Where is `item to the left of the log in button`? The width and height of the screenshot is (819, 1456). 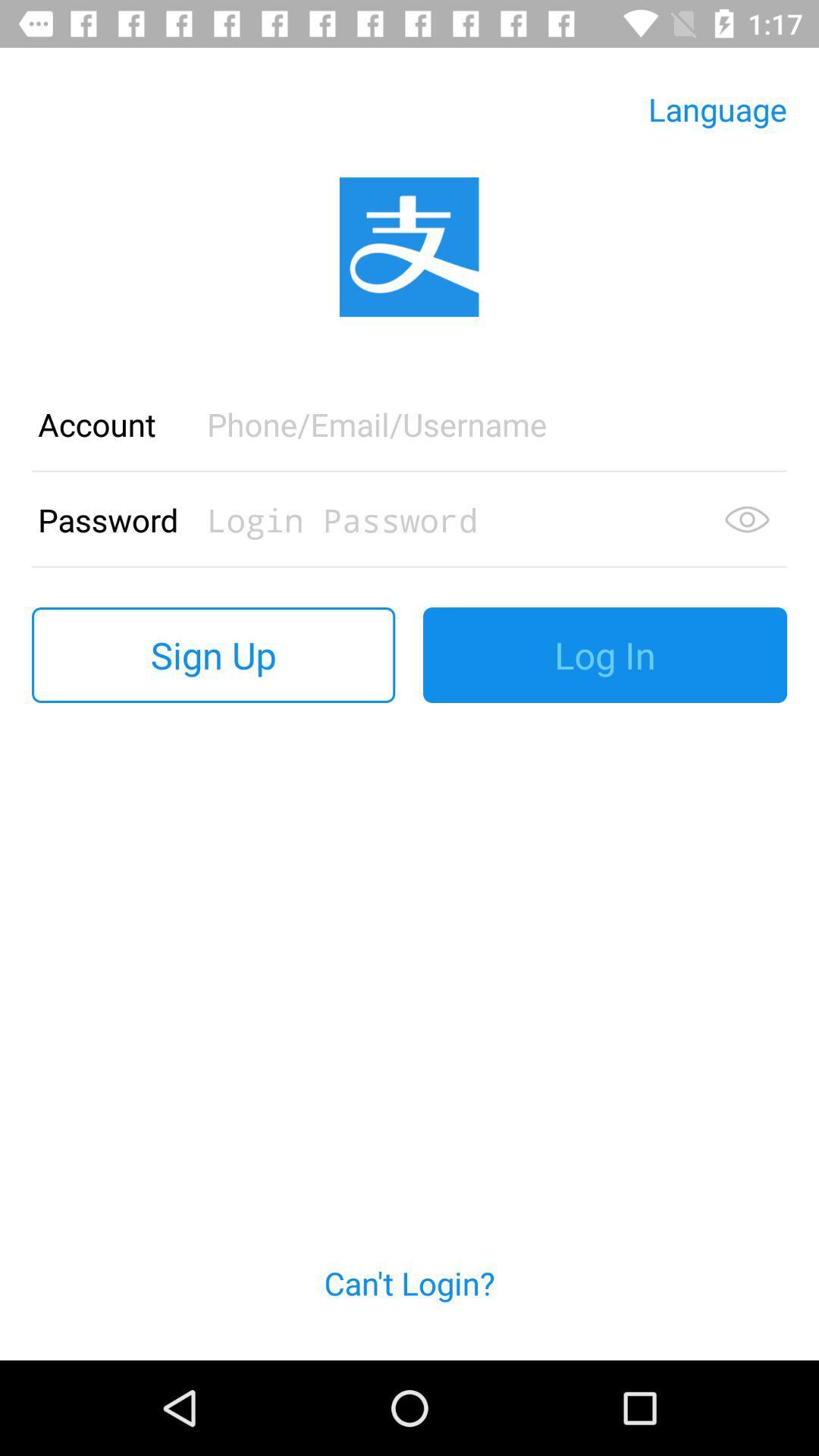 item to the left of the log in button is located at coordinates (213, 655).